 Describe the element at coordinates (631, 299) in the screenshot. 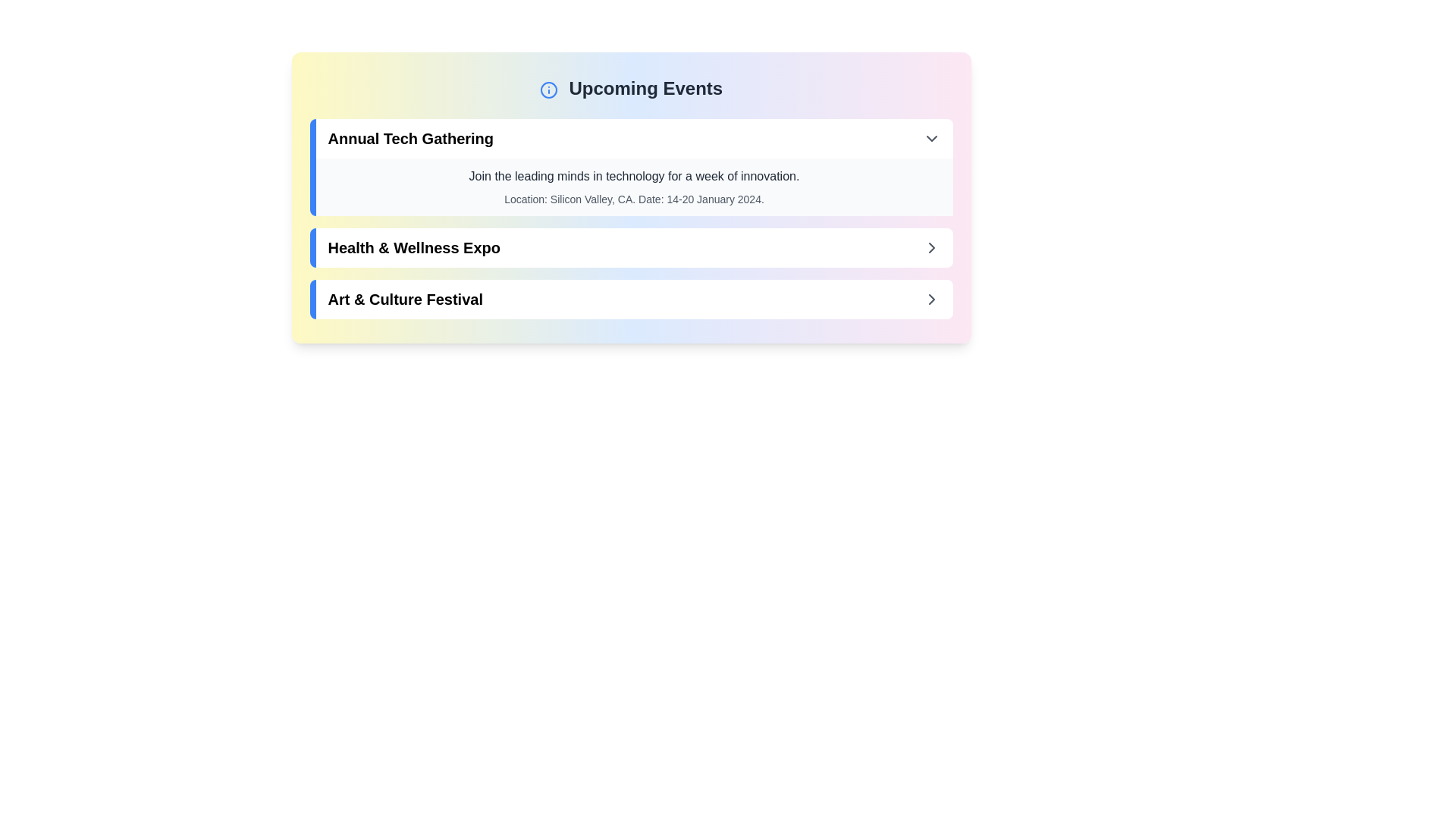

I see `the 'Art & Culture Festival' event list item to interact with it and view more details` at that location.